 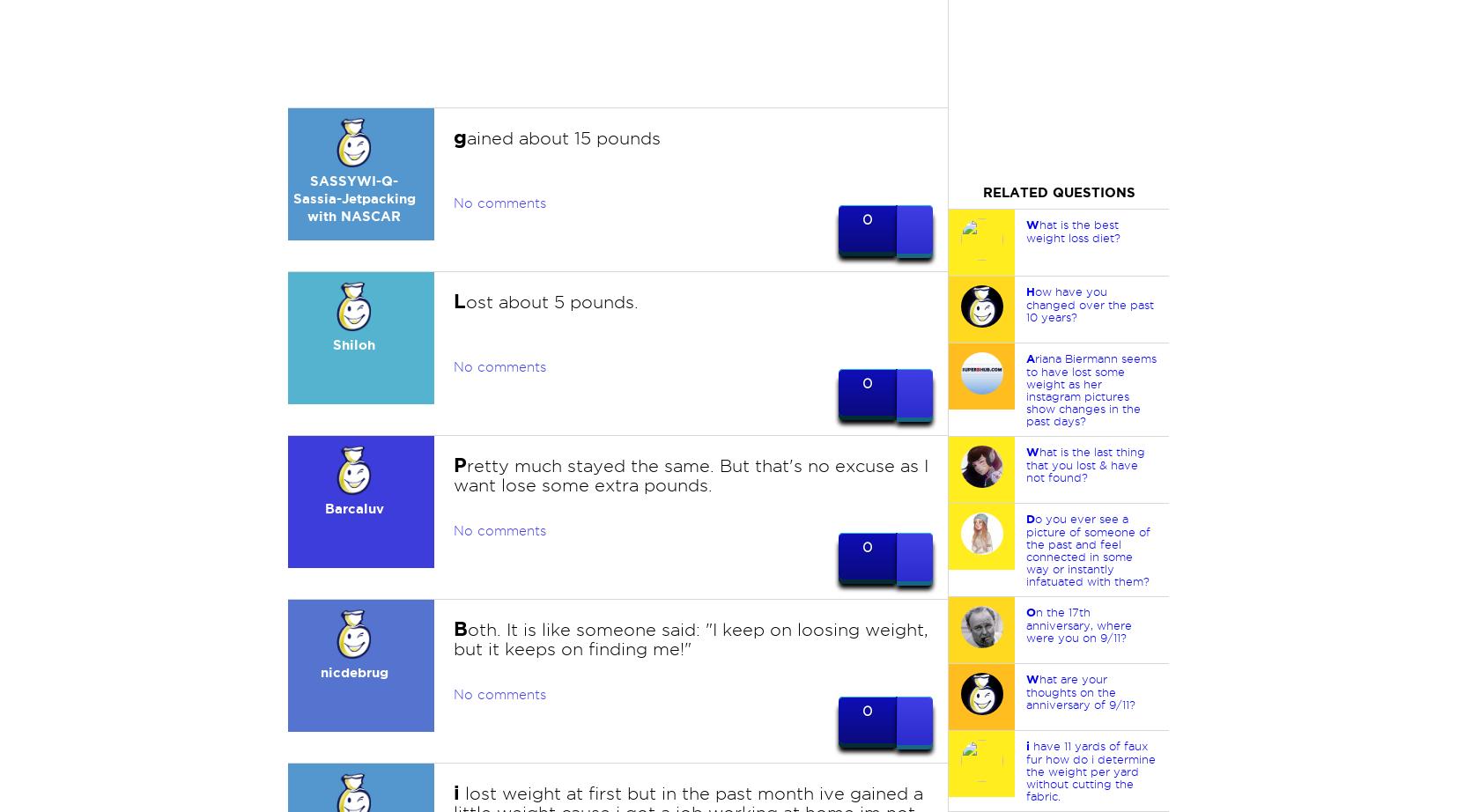 What do you see at coordinates (352, 508) in the screenshot?
I see `'Barcaluv'` at bounding box center [352, 508].